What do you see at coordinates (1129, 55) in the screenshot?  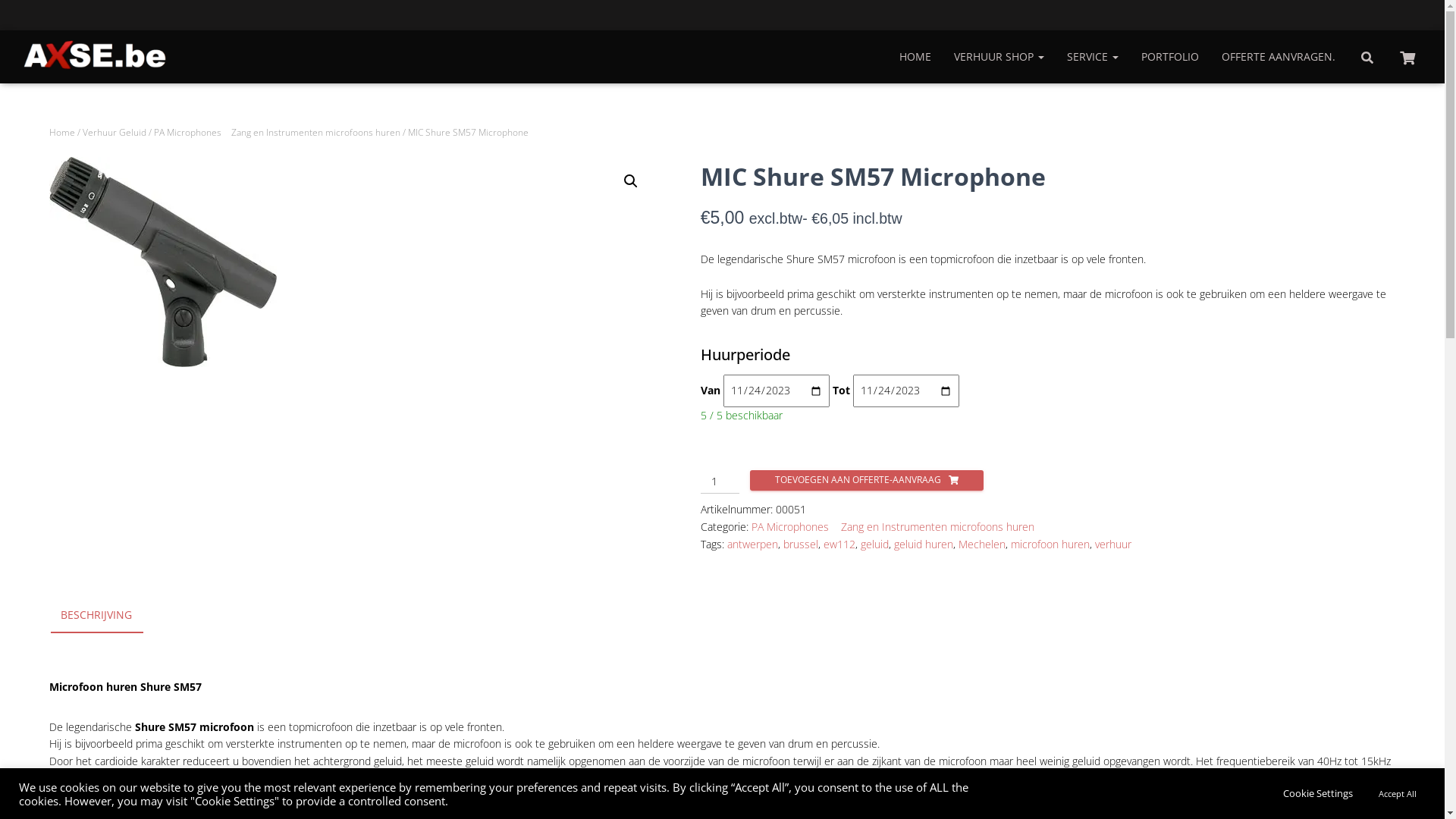 I see `'PORTFOLIO'` at bounding box center [1129, 55].